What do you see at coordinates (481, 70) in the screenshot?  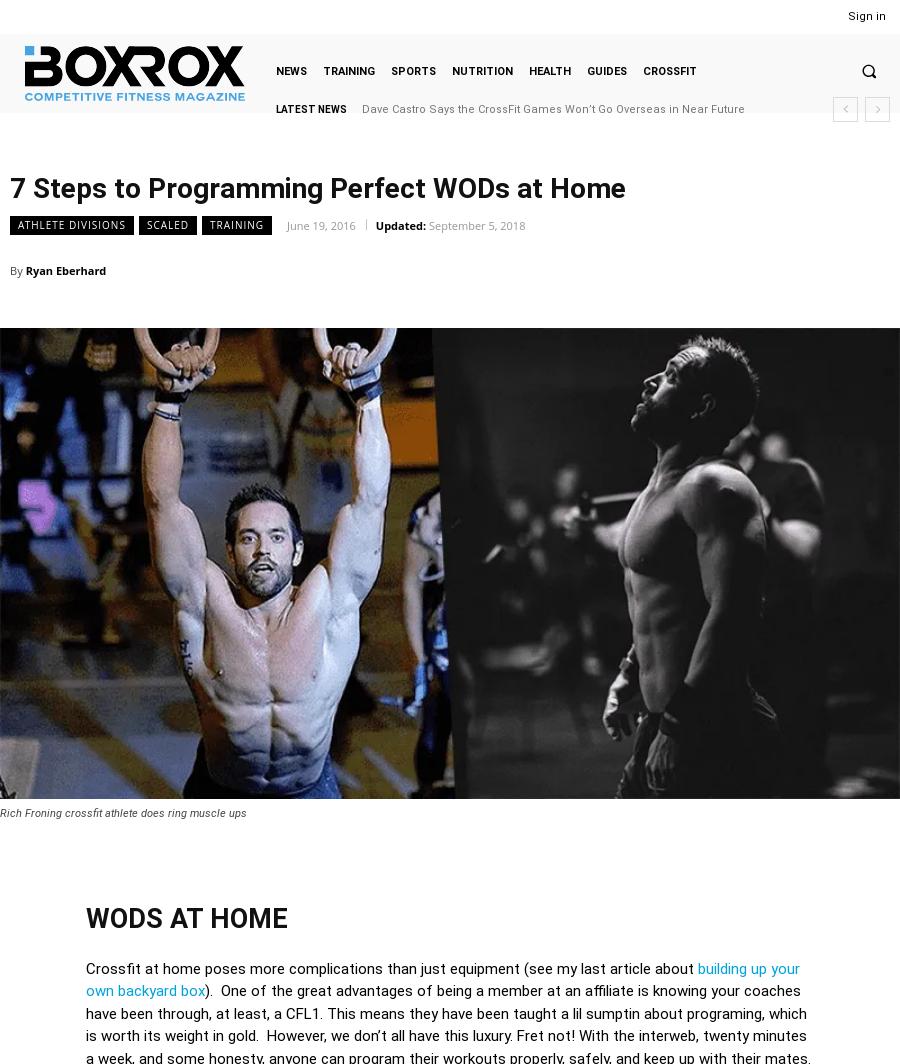 I see `'Nutrition'` at bounding box center [481, 70].